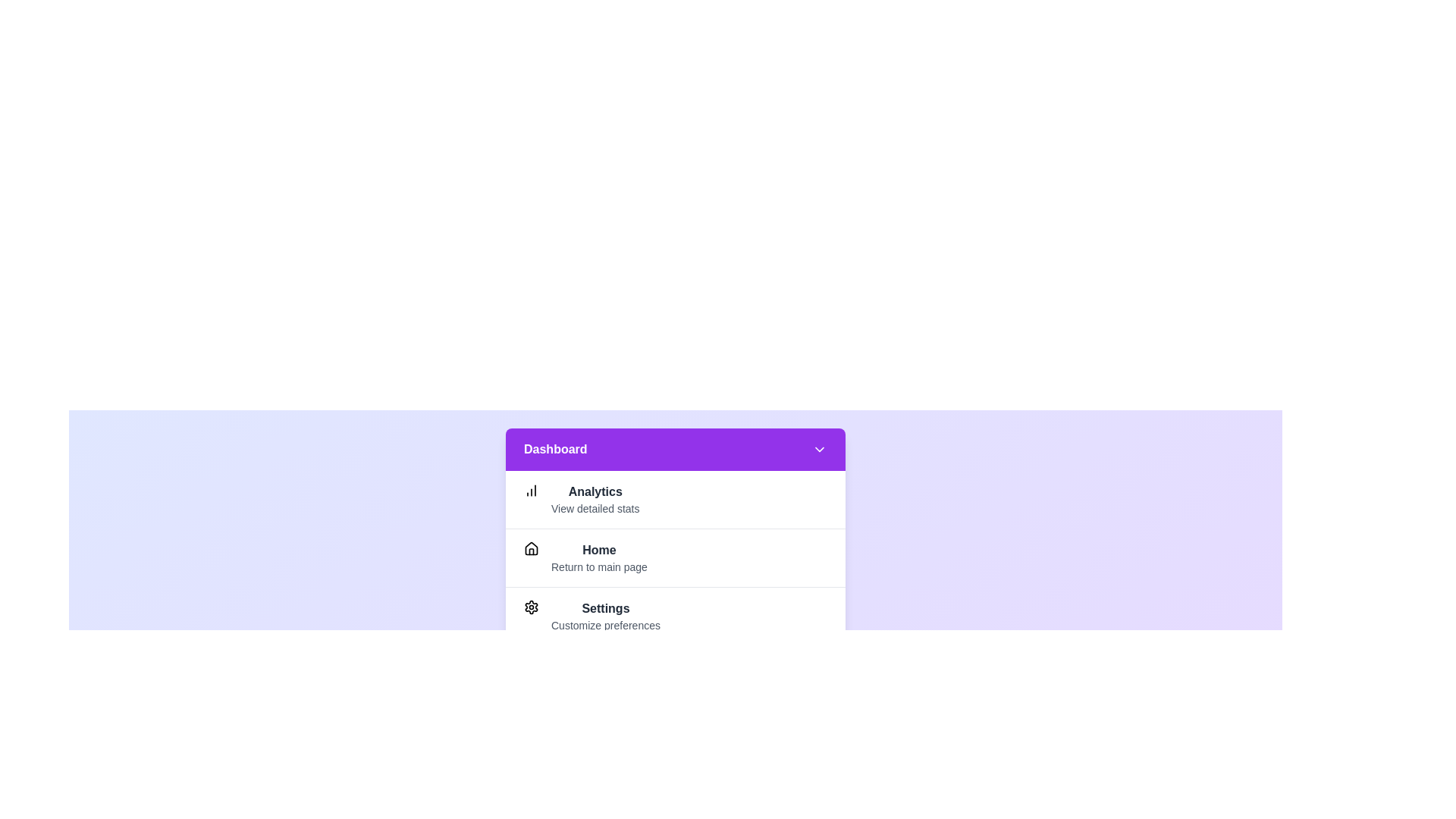  Describe the element at coordinates (675, 449) in the screenshot. I see `the 'Dashboard' button to toggle the menu open or closed` at that location.